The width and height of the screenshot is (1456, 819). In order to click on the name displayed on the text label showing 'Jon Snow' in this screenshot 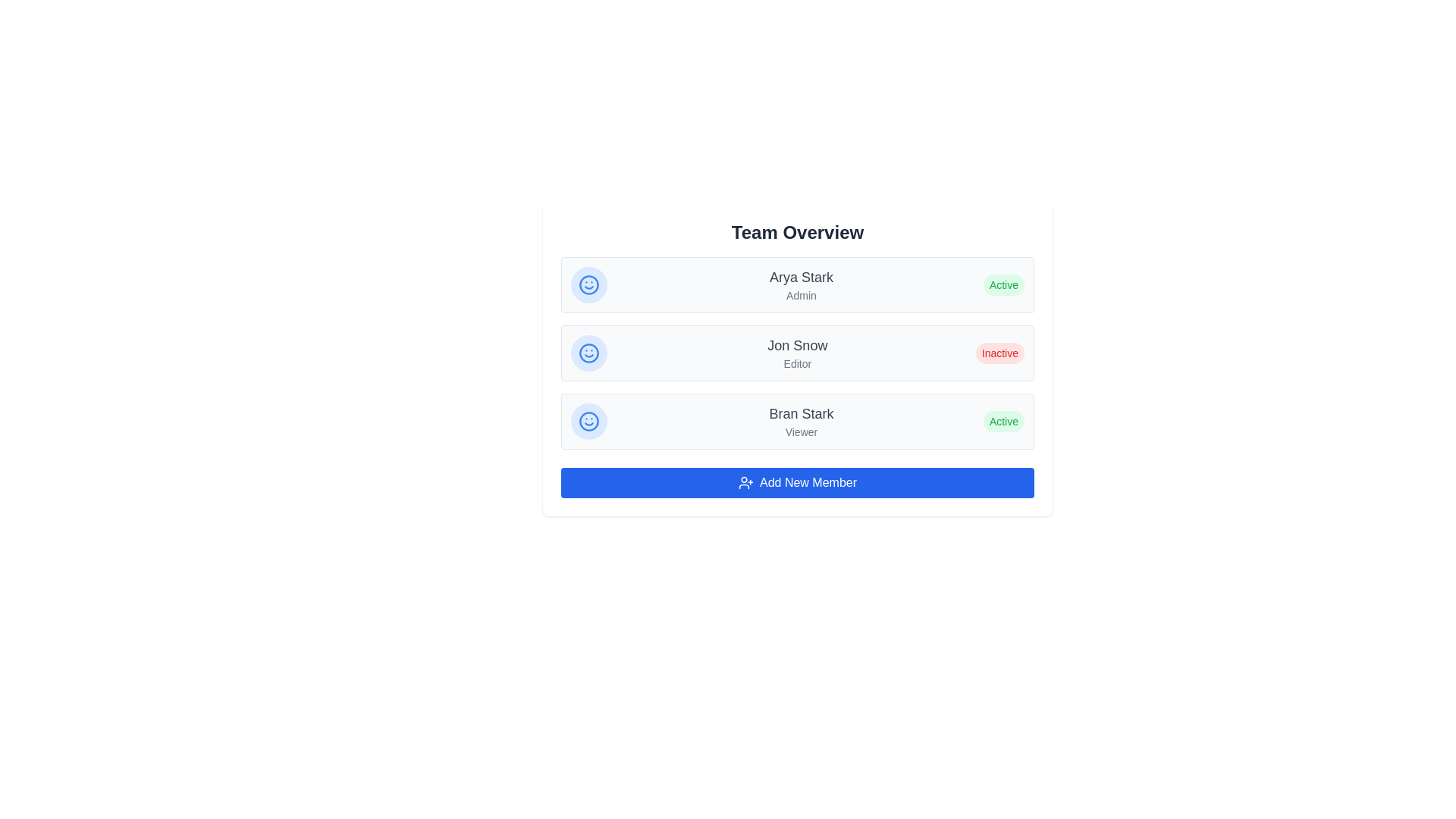, I will do `click(796, 345)`.